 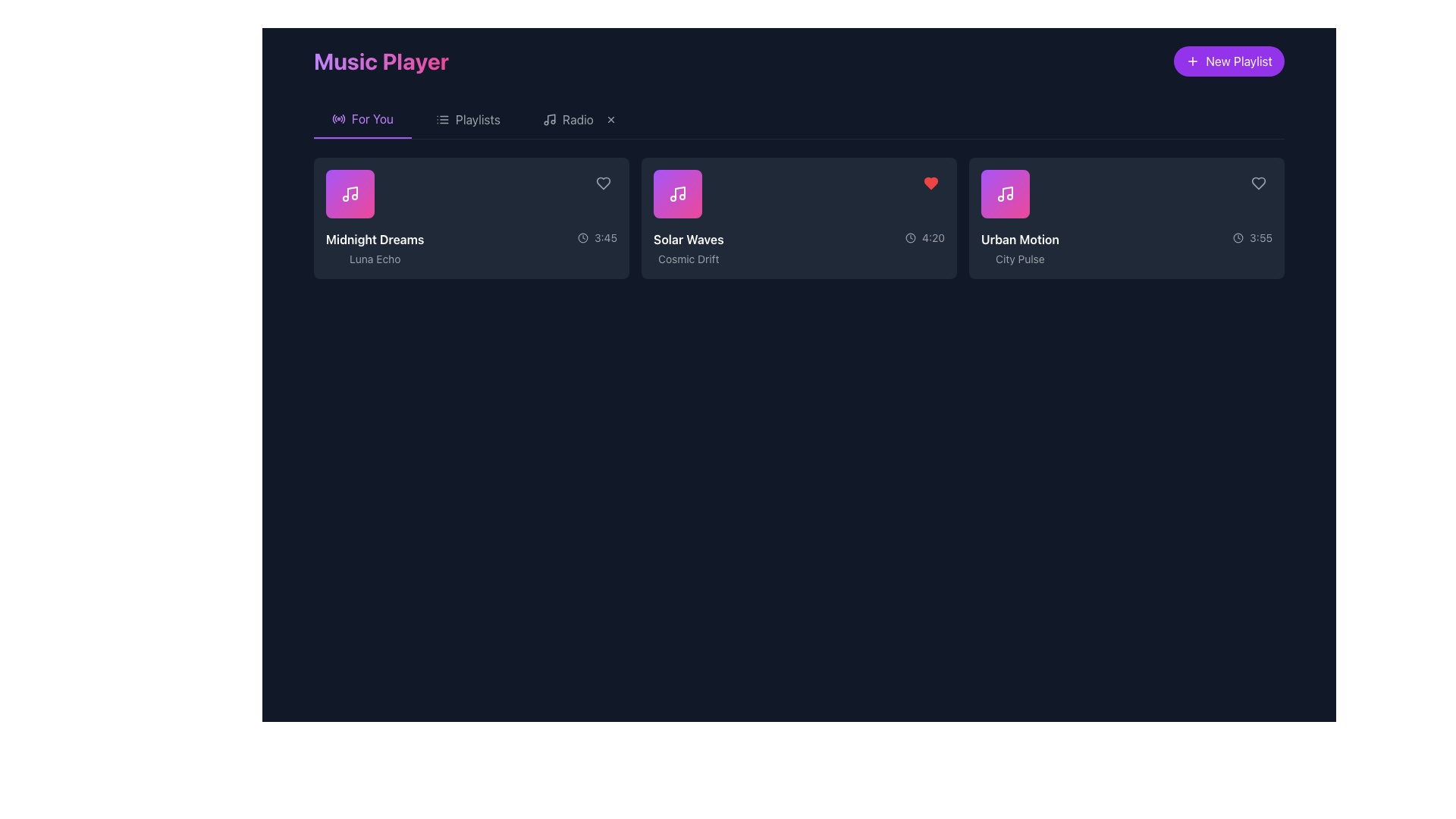 I want to click on the 'Radio' navigation menu item, so click(x=579, y=119).